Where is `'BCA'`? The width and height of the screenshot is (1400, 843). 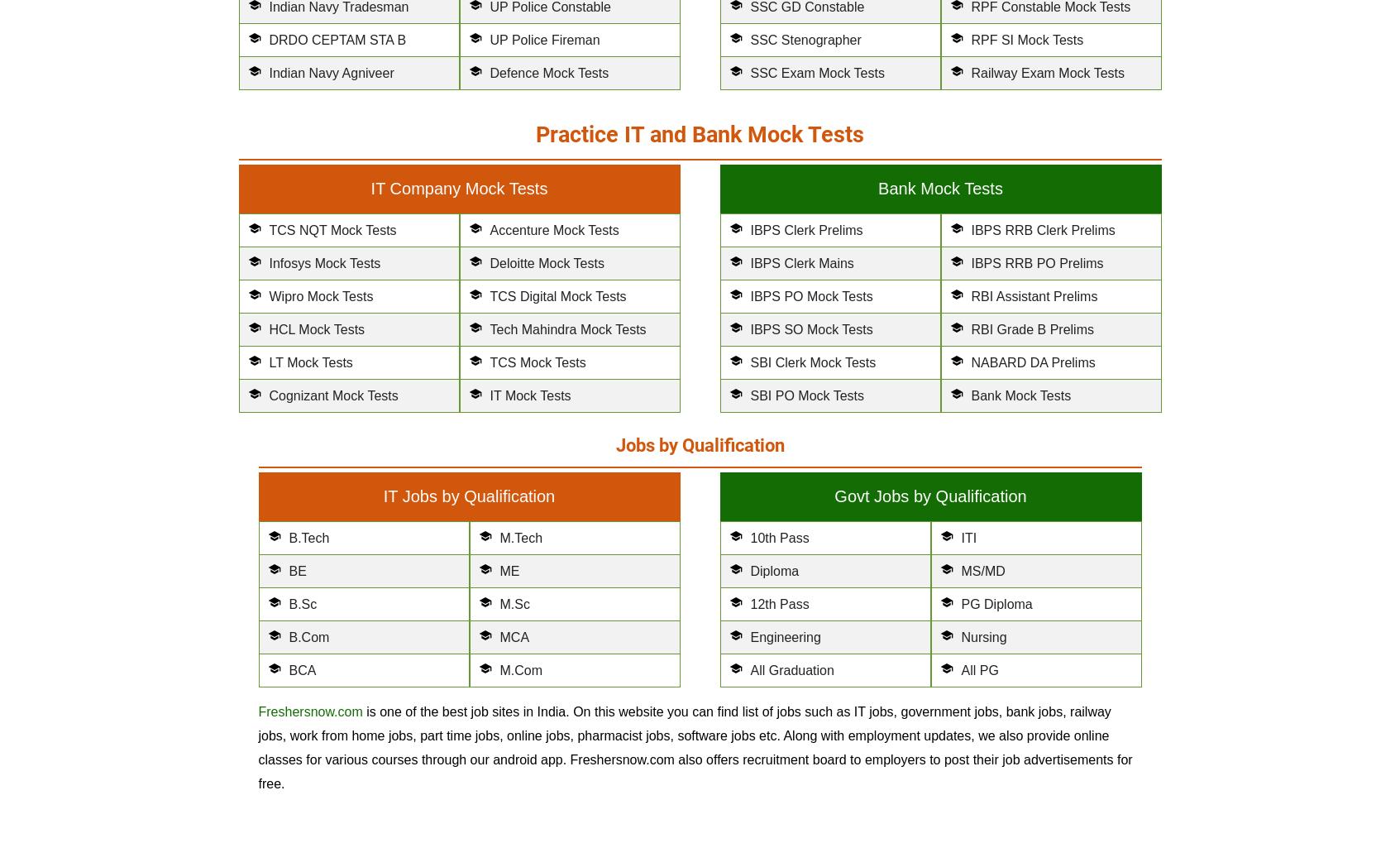 'BCA' is located at coordinates (302, 670).